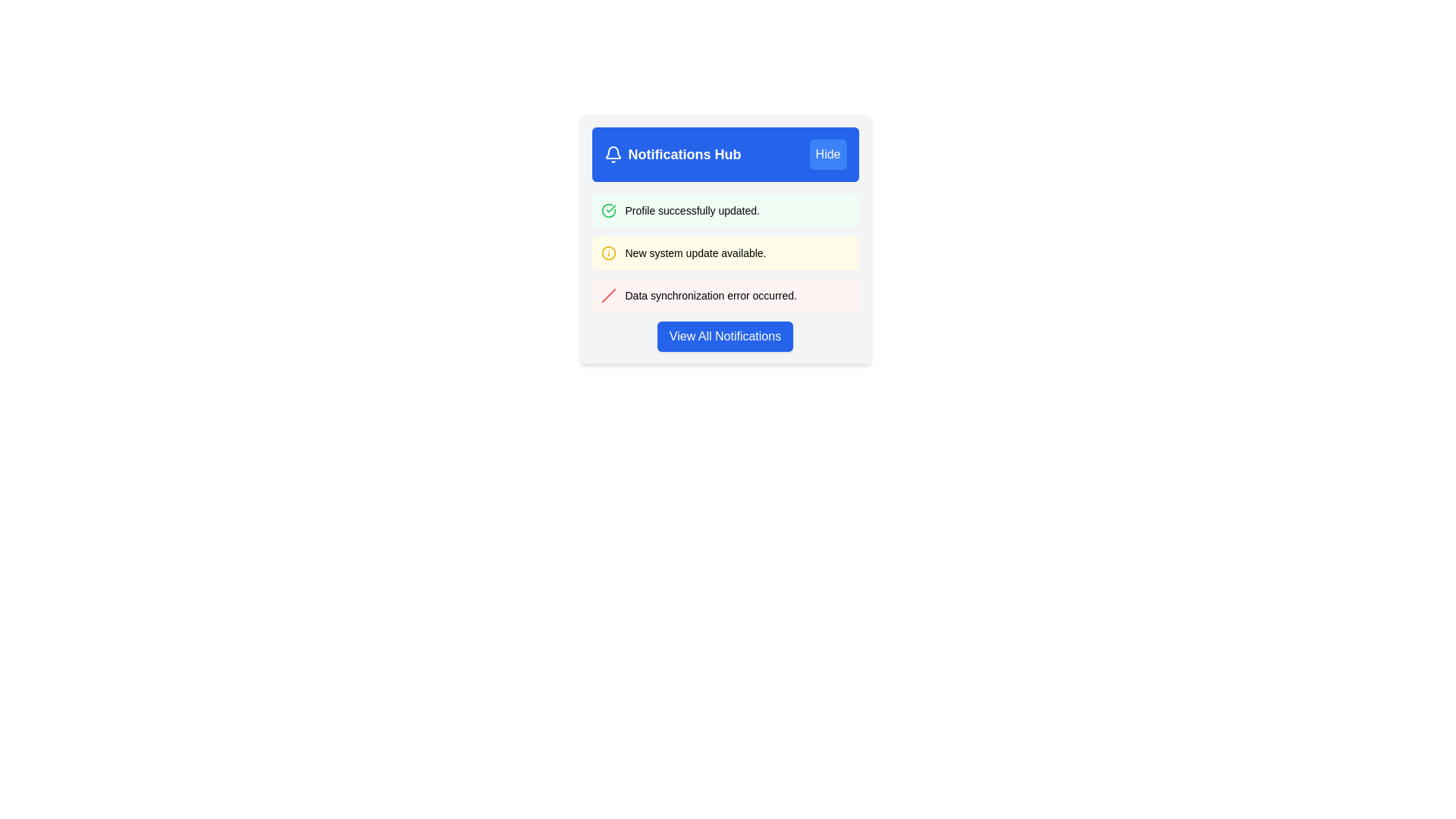 The image size is (1456, 819). Describe the element at coordinates (724, 335) in the screenshot. I see `the button located below the message 'Data synchronization error occurred'` at that location.